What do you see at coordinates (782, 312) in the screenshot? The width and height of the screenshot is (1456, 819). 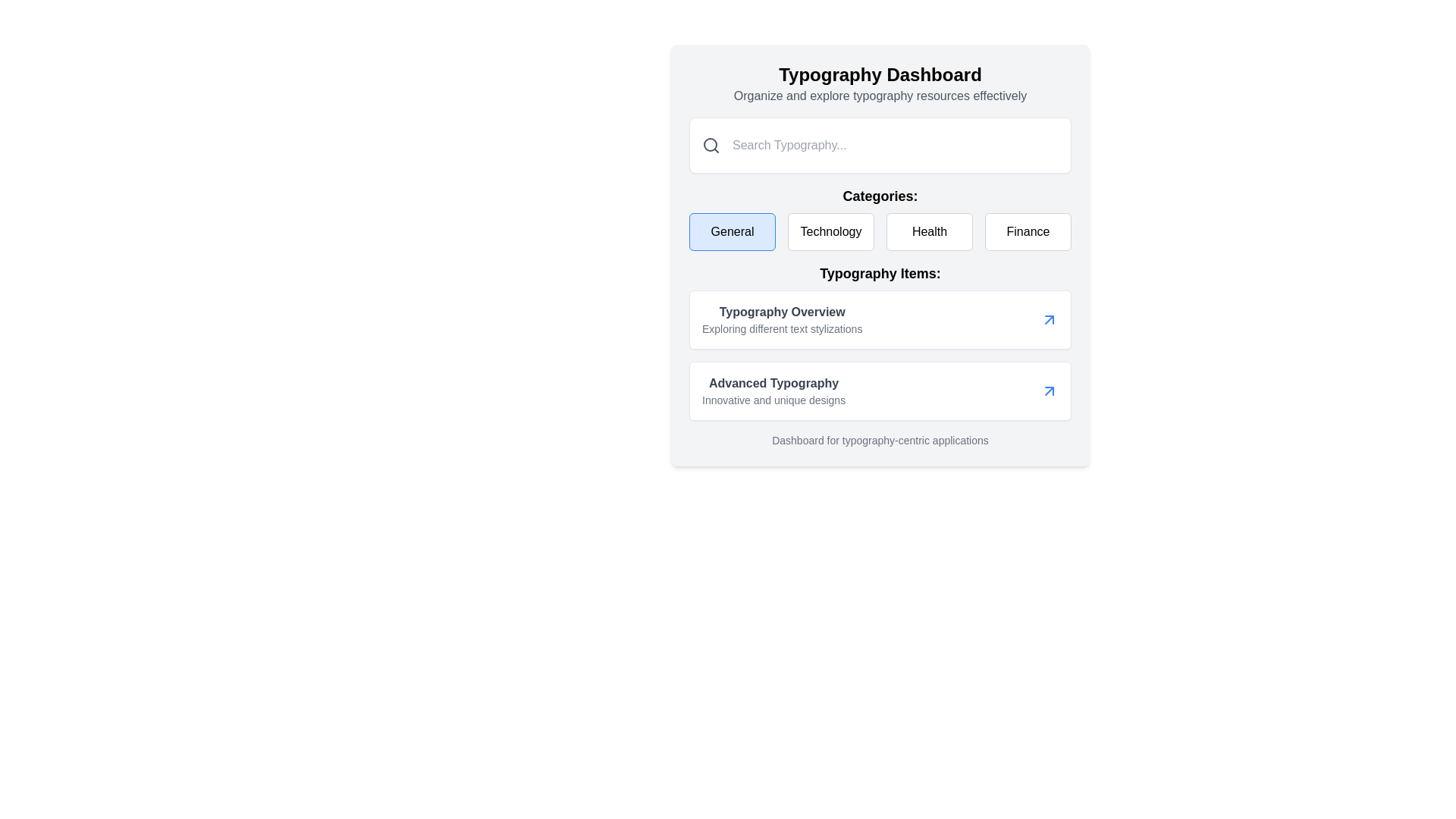 I see `the text element displaying 'Typography Overview'` at bounding box center [782, 312].